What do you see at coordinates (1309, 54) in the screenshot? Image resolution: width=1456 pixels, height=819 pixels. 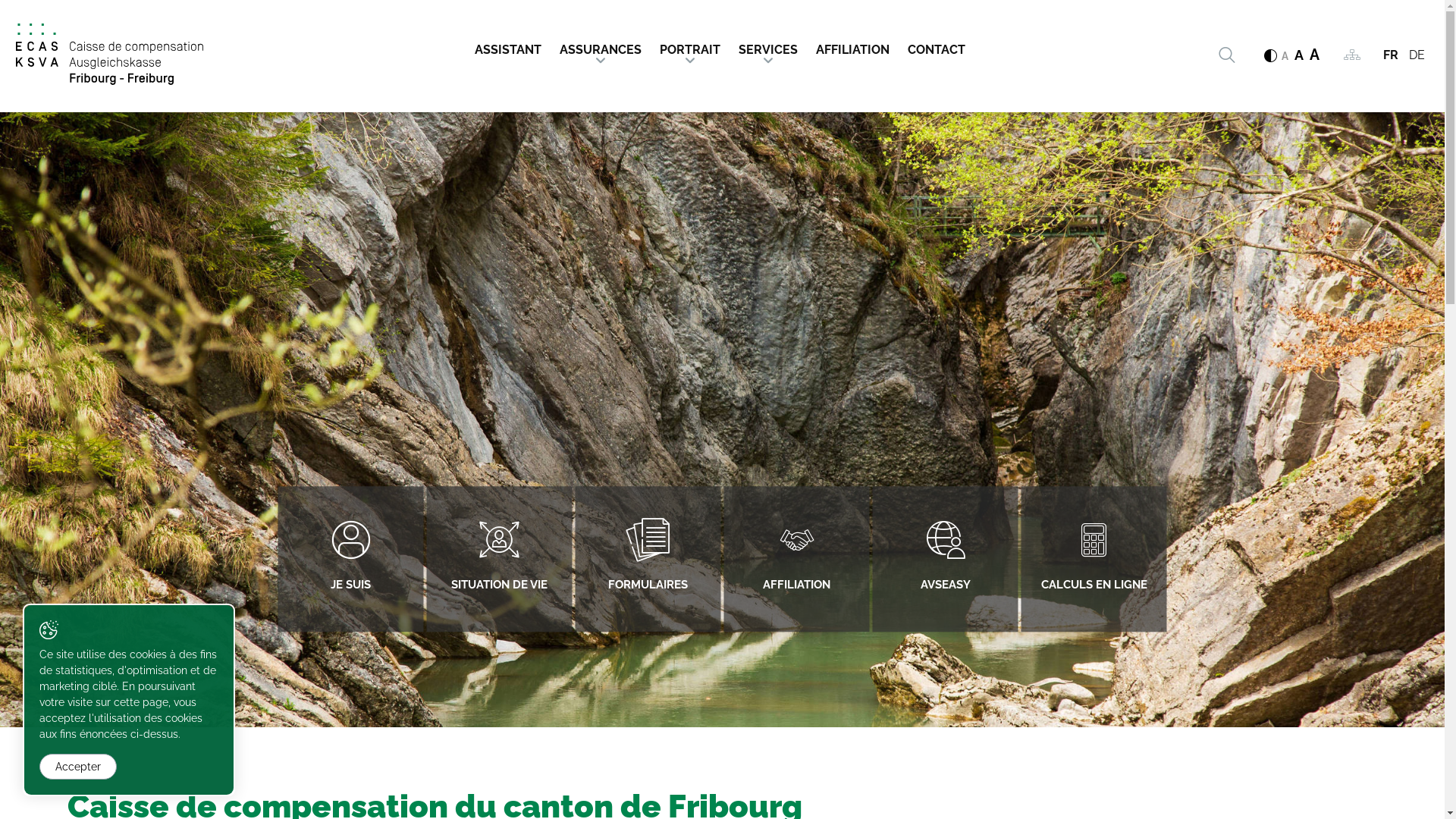 I see `'A'` at bounding box center [1309, 54].